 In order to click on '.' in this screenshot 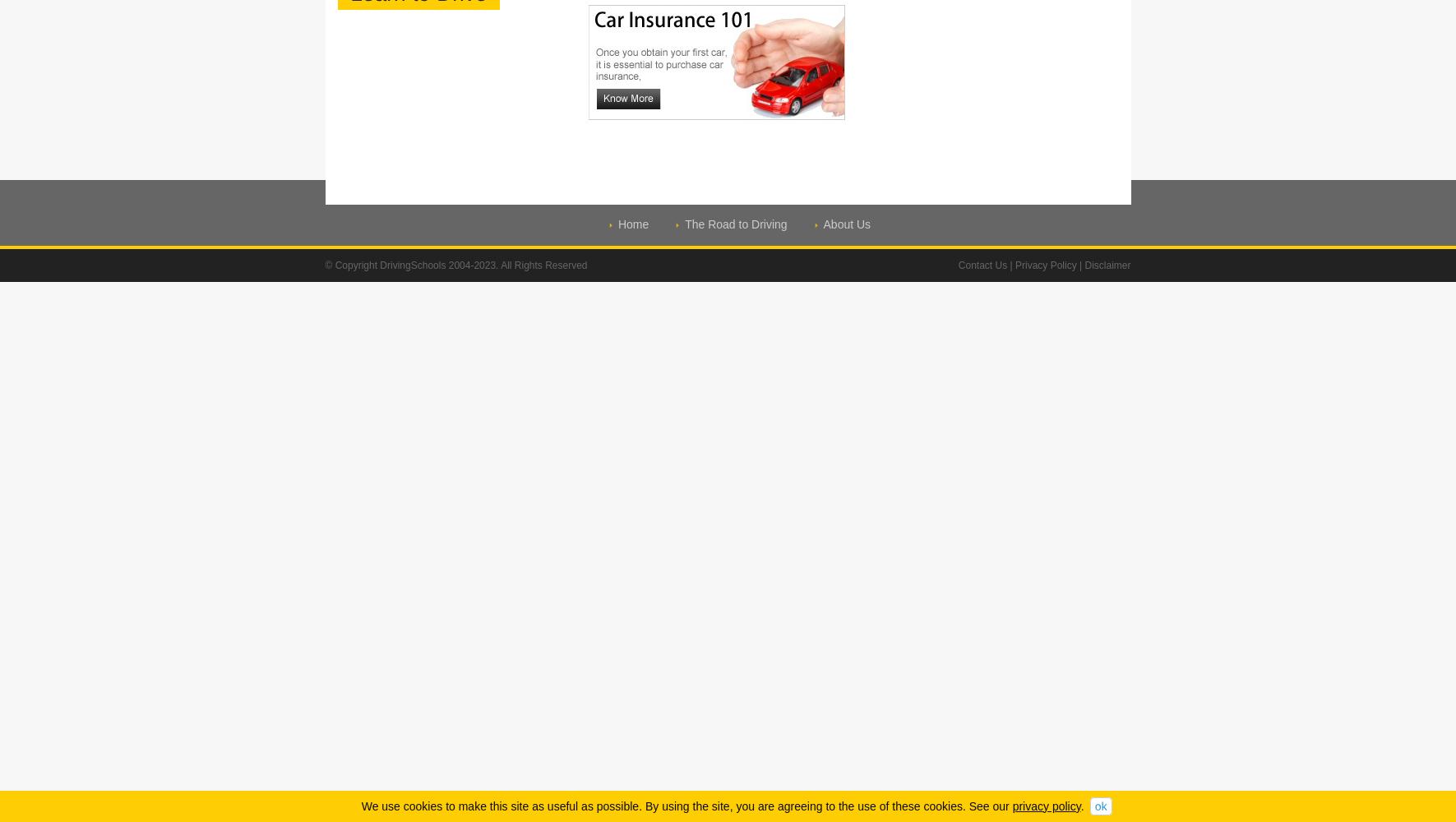, I will do `click(1084, 805)`.